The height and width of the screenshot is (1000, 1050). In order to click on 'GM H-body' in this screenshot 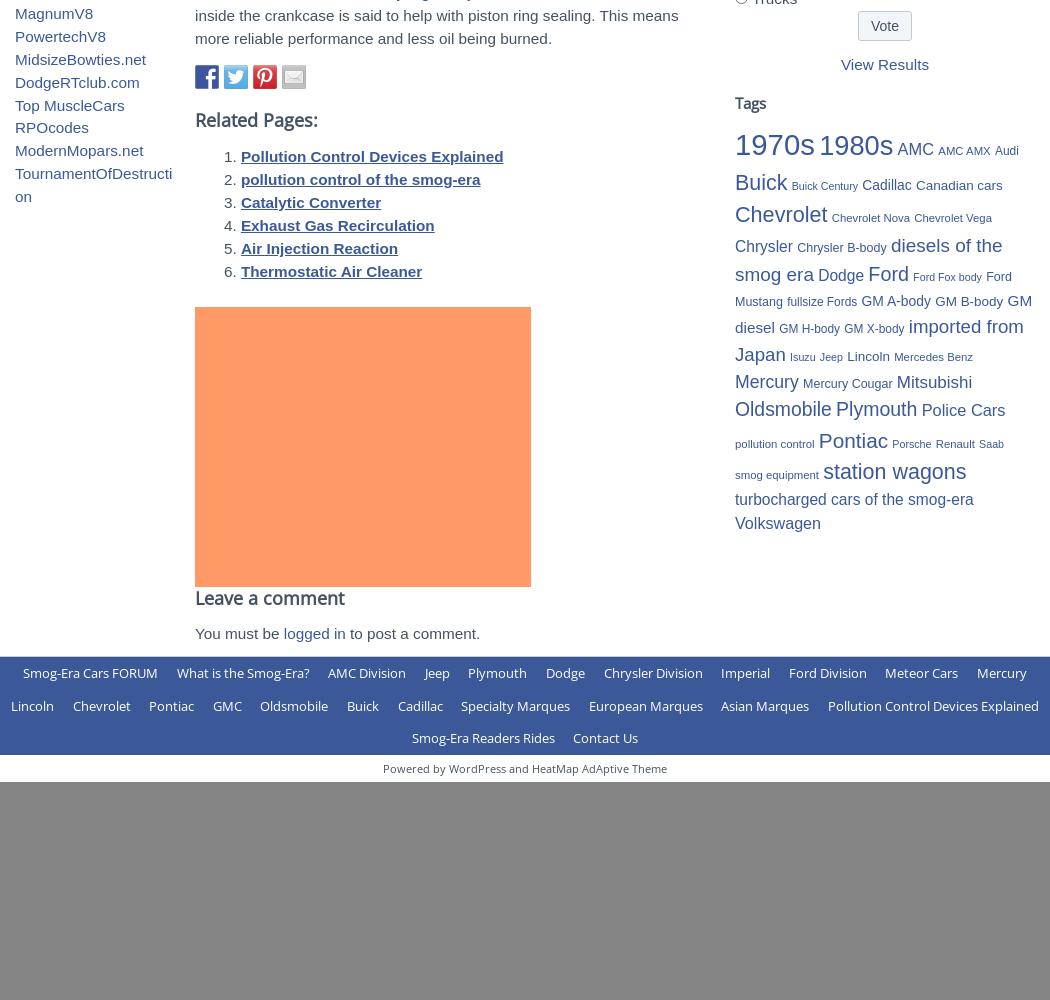, I will do `click(808, 327)`.